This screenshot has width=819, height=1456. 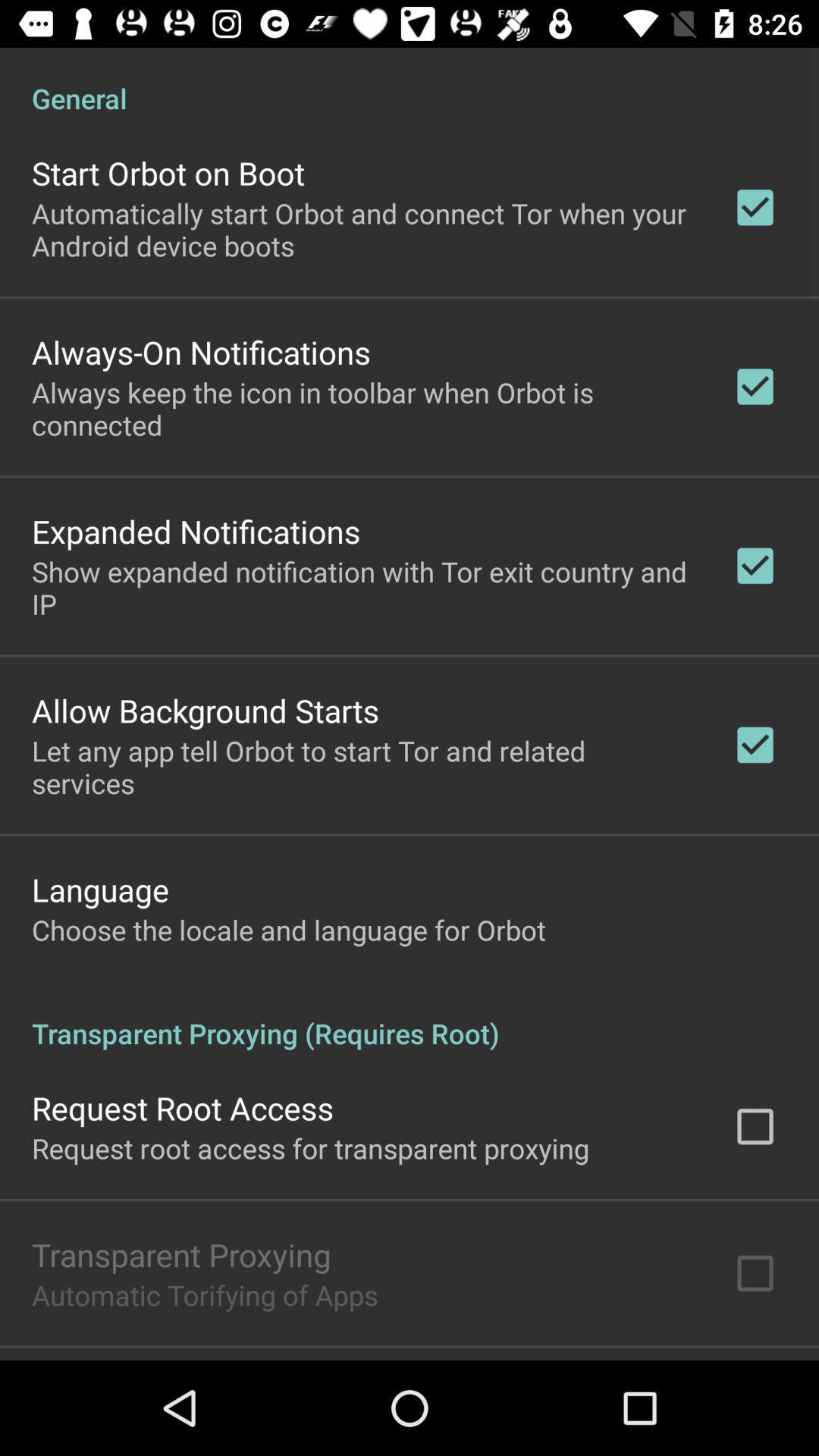 What do you see at coordinates (206, 709) in the screenshot?
I see `the item above let any app icon` at bounding box center [206, 709].